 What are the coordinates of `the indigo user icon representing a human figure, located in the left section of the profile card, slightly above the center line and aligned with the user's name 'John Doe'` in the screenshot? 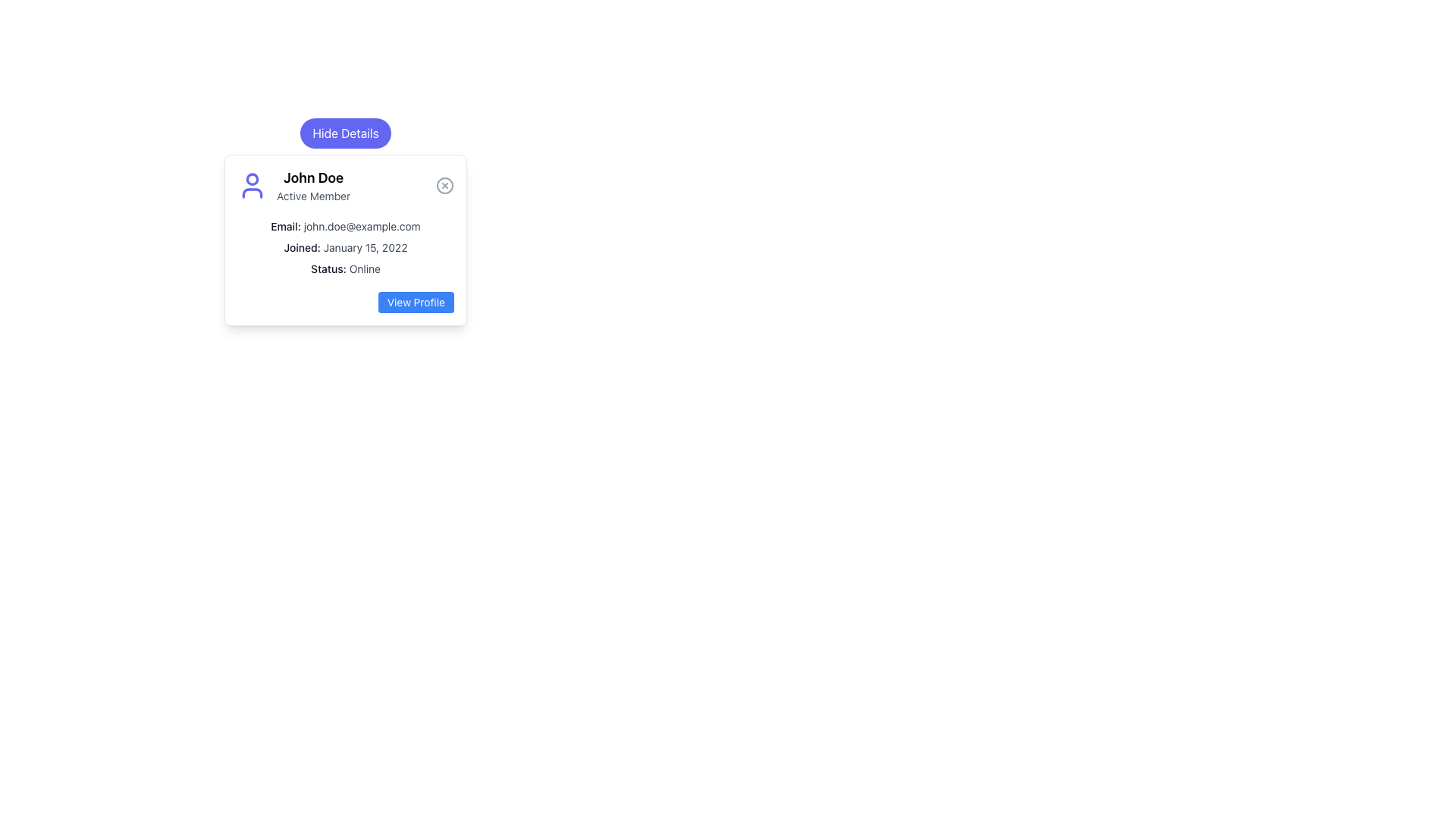 It's located at (252, 185).